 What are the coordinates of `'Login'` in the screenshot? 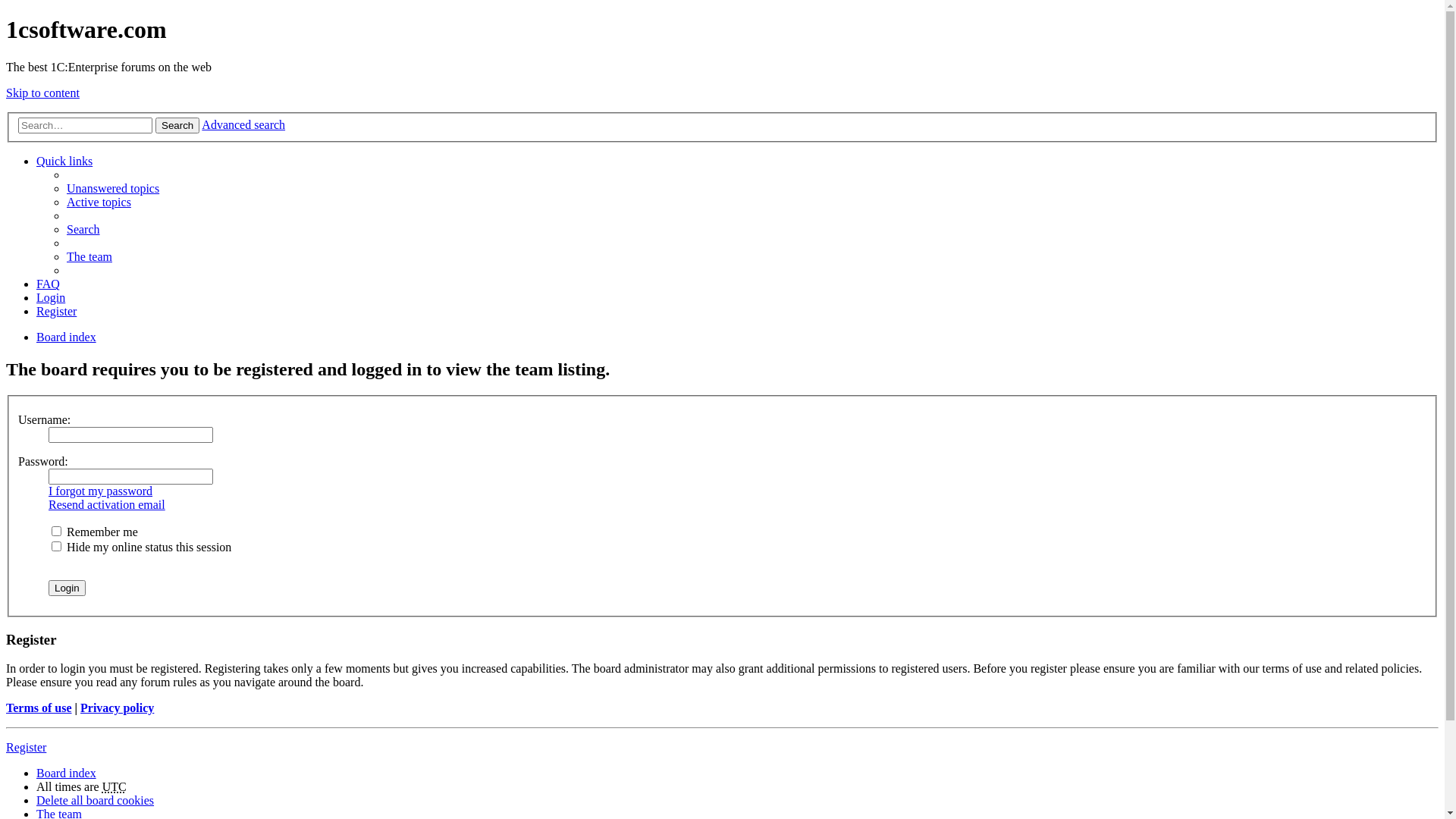 It's located at (51, 297).